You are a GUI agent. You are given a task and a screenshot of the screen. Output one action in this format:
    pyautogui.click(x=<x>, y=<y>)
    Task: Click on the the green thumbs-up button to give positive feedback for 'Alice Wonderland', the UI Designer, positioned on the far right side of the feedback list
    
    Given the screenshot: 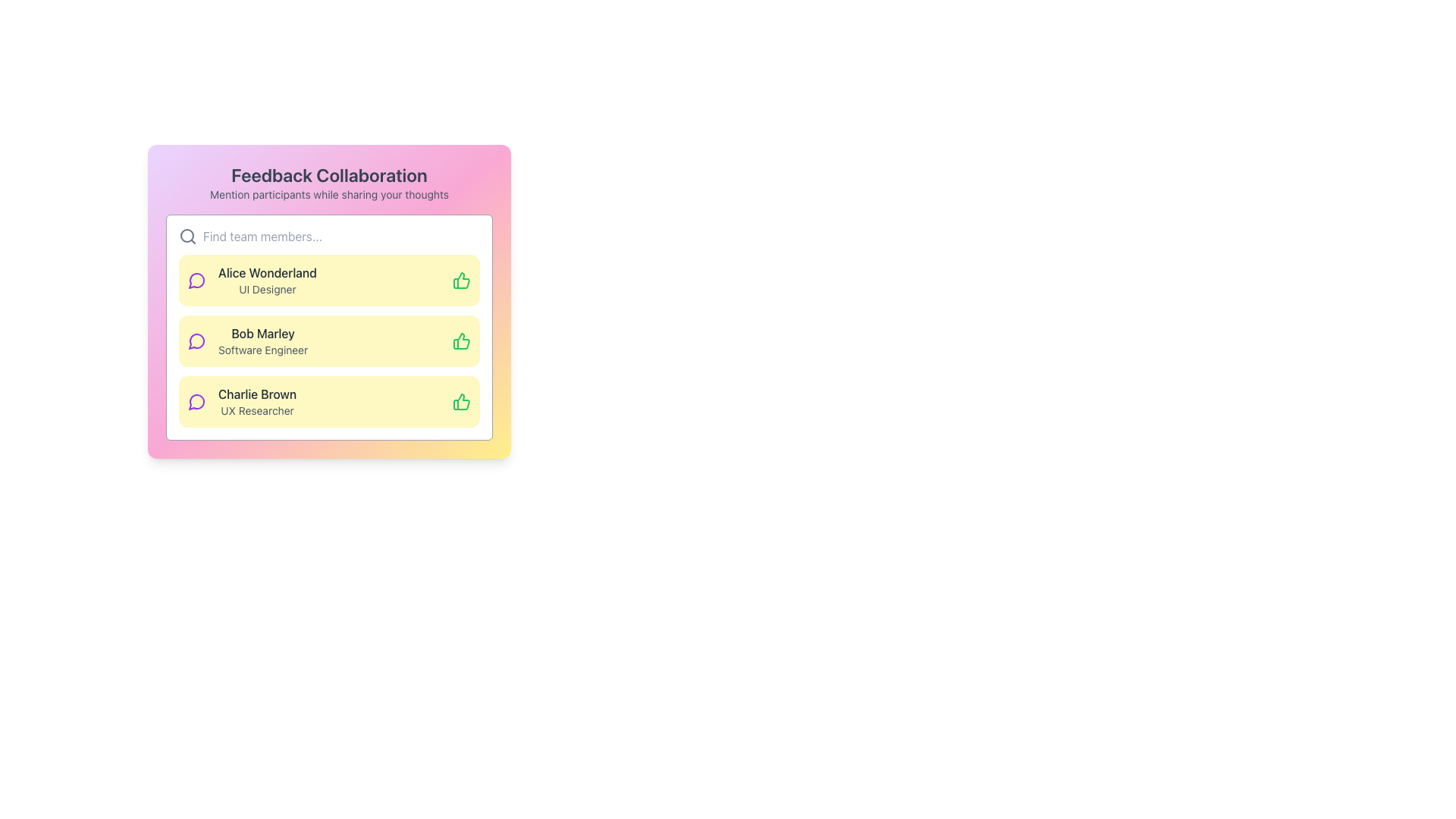 What is the action you would take?
    pyautogui.click(x=461, y=281)
    